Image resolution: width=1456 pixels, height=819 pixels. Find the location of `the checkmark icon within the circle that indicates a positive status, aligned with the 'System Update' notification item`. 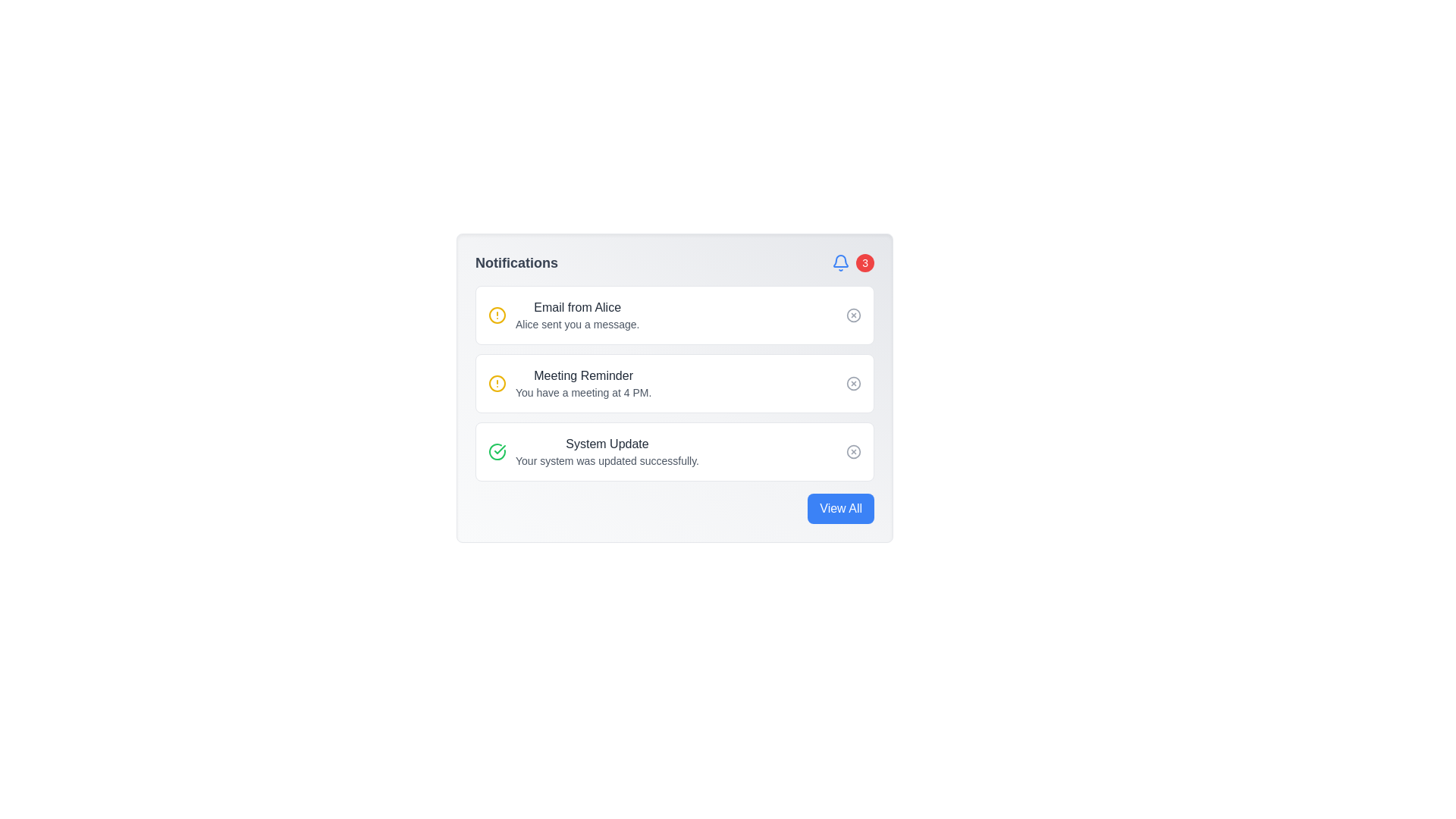

the checkmark icon within the circle that indicates a positive status, aligned with the 'System Update' notification item is located at coordinates (500, 449).